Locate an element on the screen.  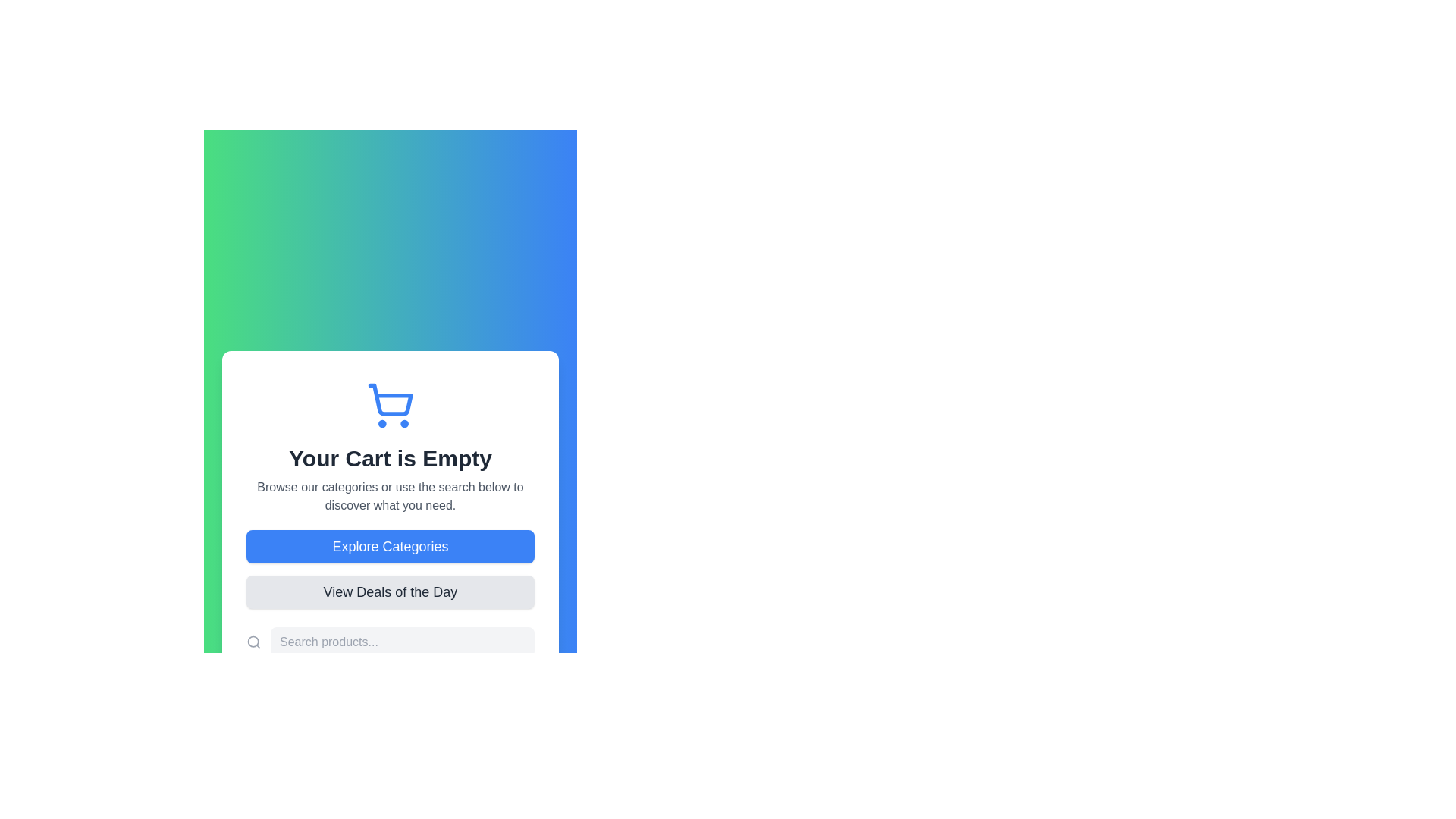
the 'Deals of the Day' button located below the 'Explore Categories' button is located at coordinates (390, 591).